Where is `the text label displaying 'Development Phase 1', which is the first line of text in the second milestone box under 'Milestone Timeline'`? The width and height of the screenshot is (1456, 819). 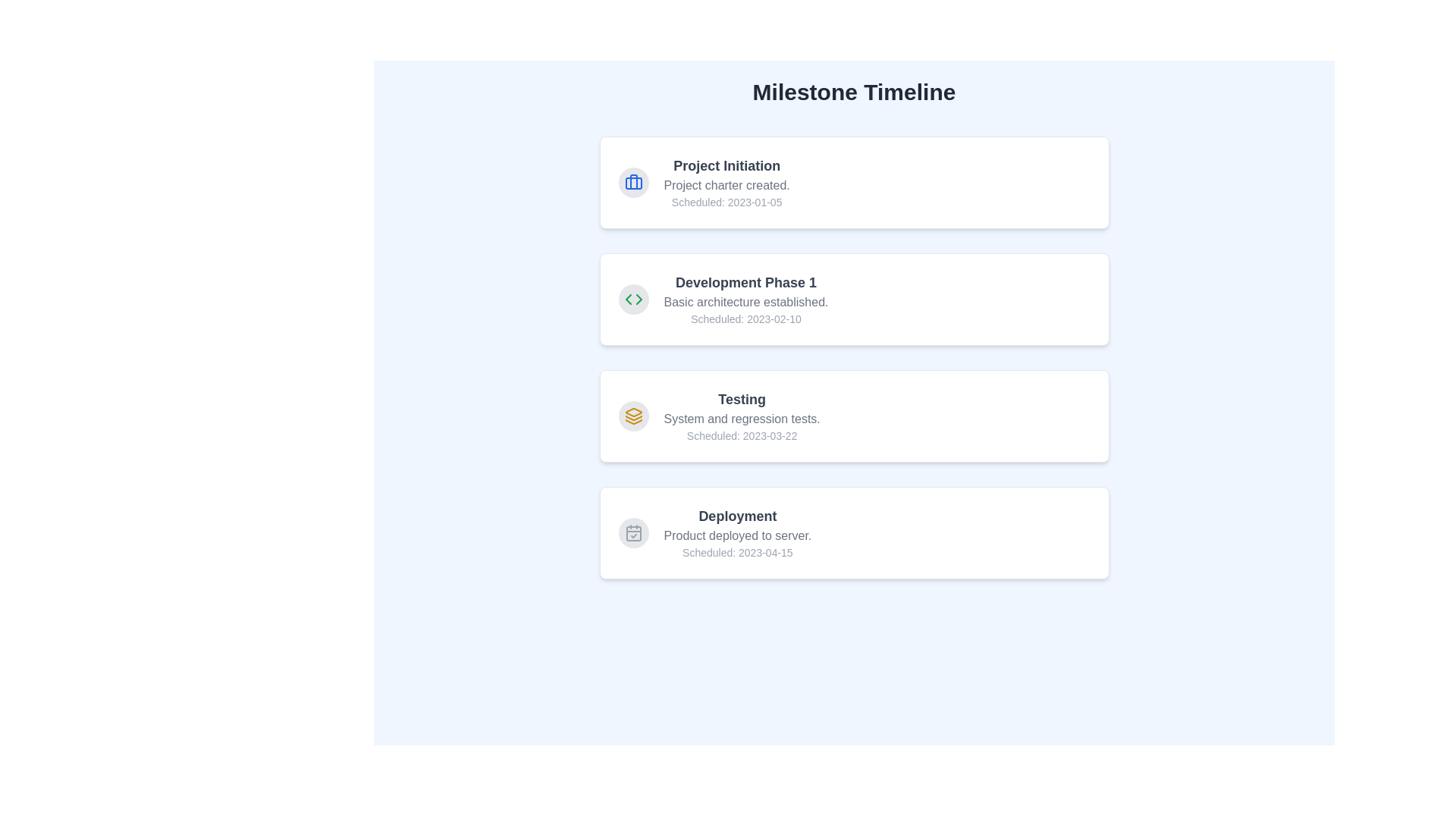 the text label displaying 'Development Phase 1', which is the first line of text in the second milestone box under 'Milestone Timeline' is located at coordinates (745, 283).